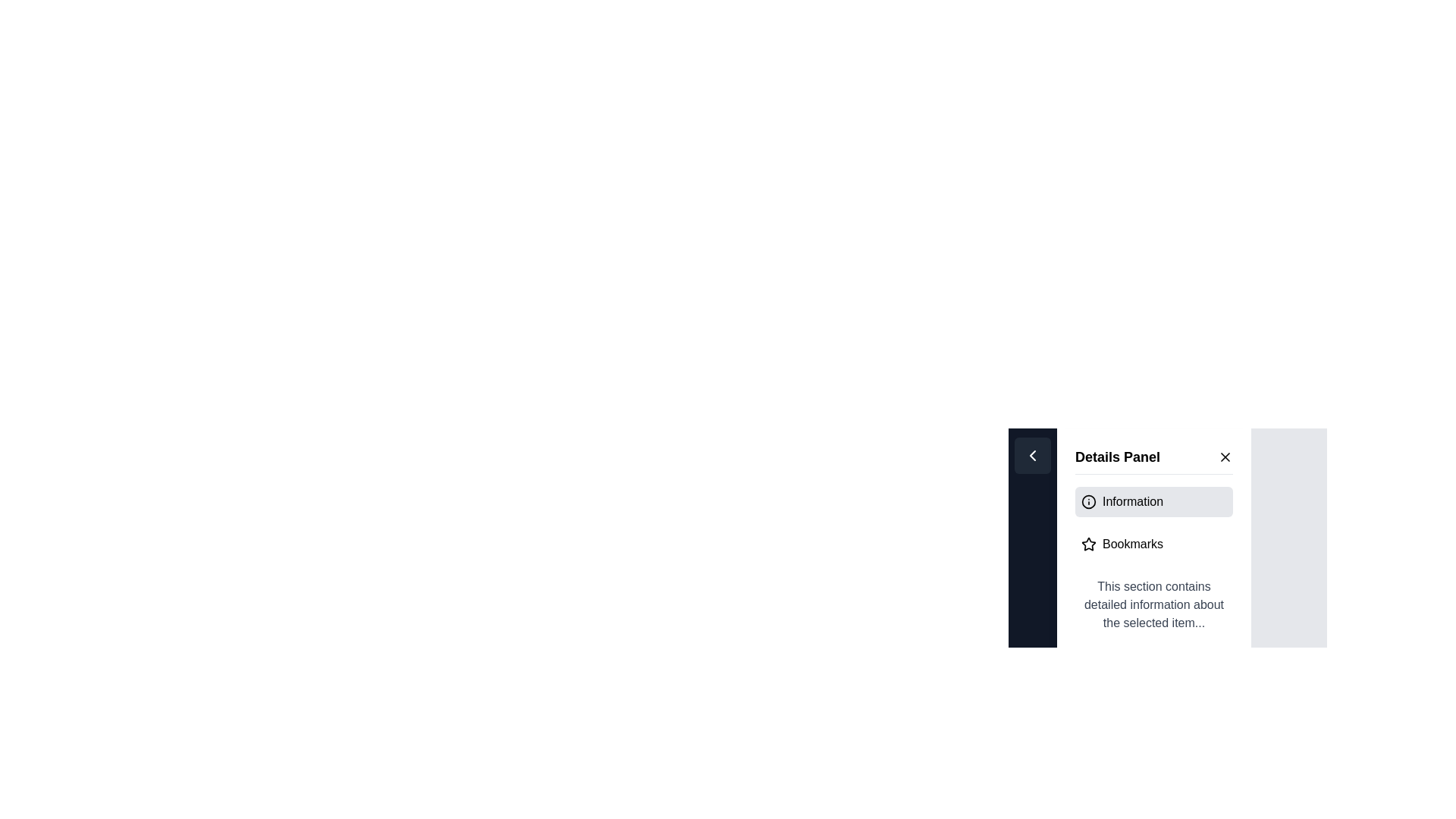 The image size is (1456, 819). I want to click on the left-pointing chevron icon button with a white stroke on a dark blue circular background, located at the top-left corner of the right-side panel, so click(1032, 455).